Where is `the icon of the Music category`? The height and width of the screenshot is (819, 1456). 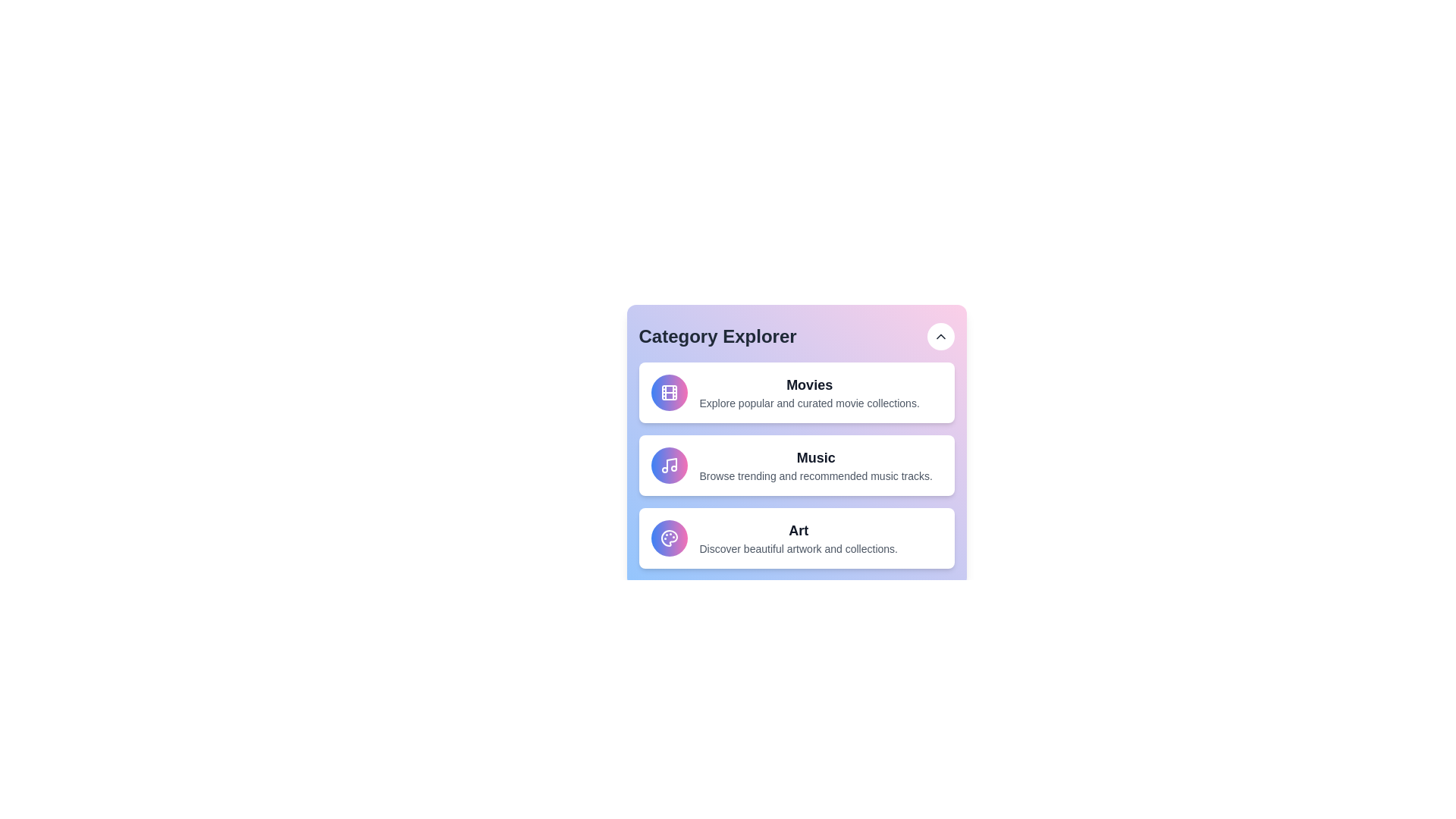
the icon of the Music category is located at coordinates (668, 464).